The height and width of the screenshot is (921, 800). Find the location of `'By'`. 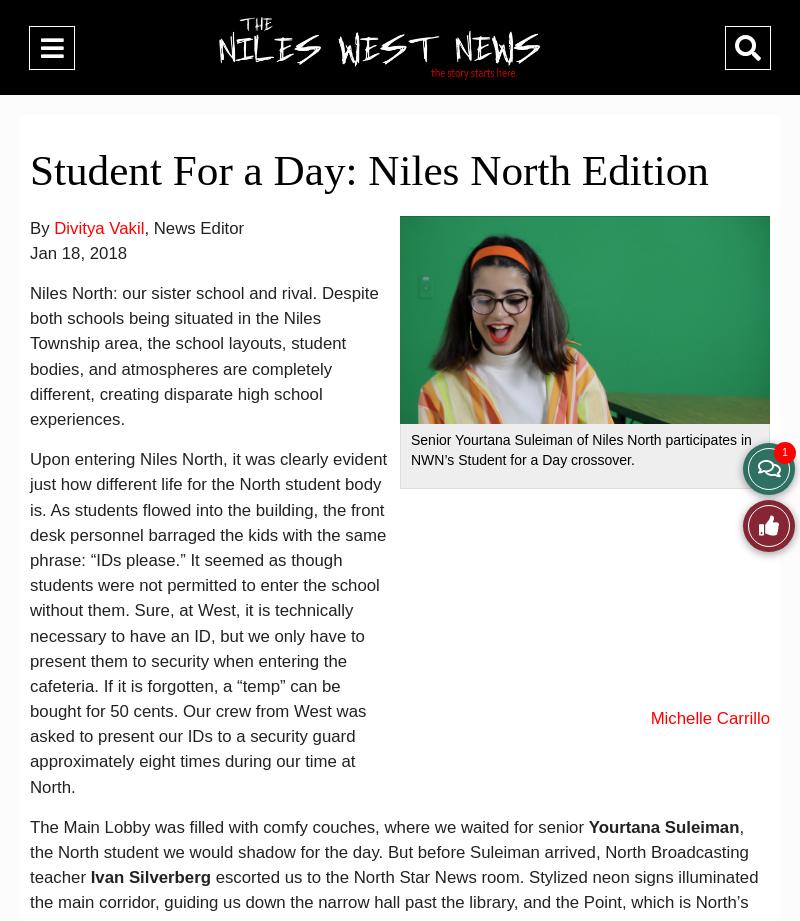

'By' is located at coordinates (41, 226).